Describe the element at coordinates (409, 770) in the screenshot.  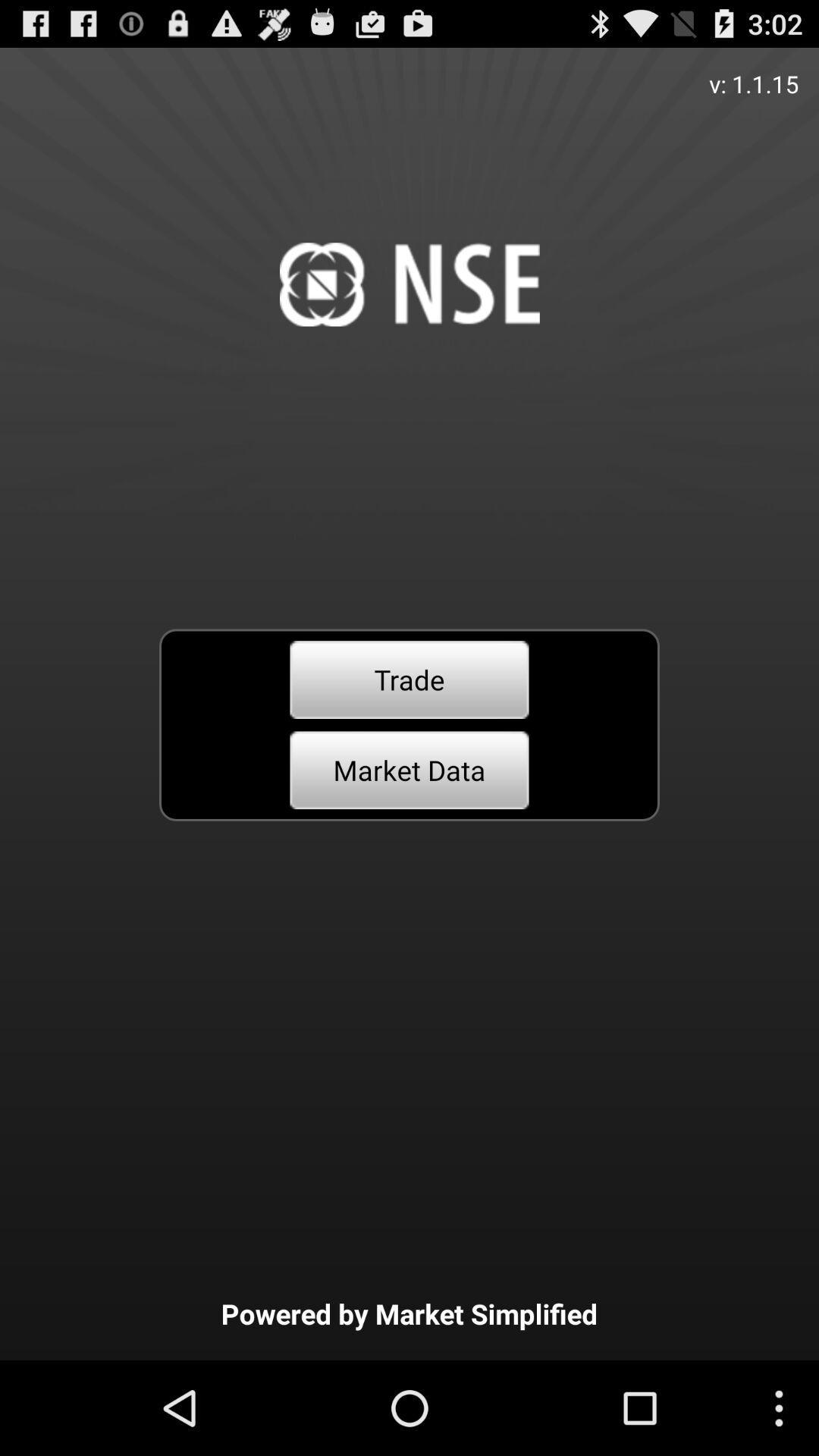
I see `market data button` at that location.